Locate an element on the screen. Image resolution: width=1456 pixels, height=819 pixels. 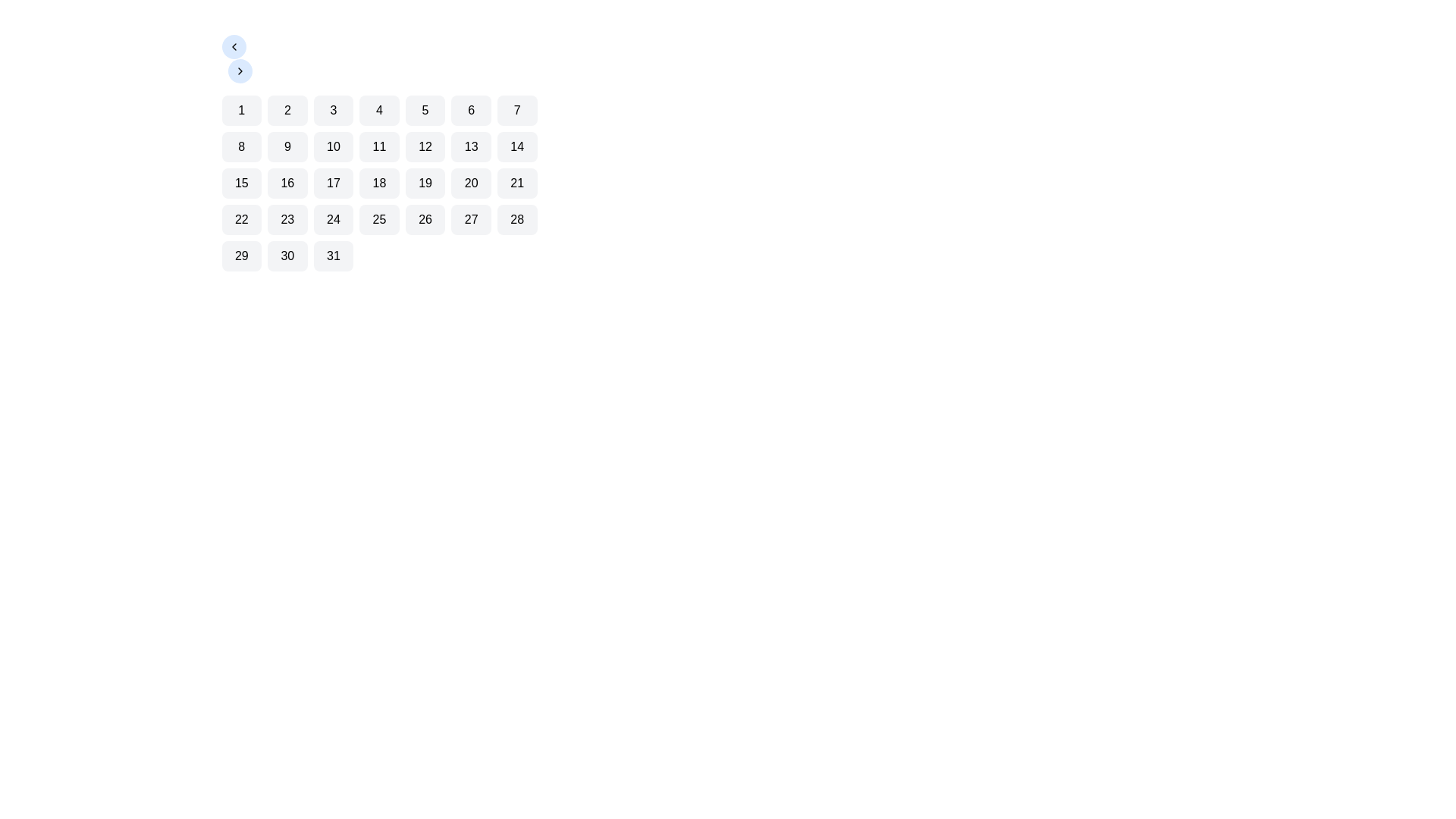
the navigation button located at the top-left corner of the interface, which is the second interactive element from the left is located at coordinates (239, 71).